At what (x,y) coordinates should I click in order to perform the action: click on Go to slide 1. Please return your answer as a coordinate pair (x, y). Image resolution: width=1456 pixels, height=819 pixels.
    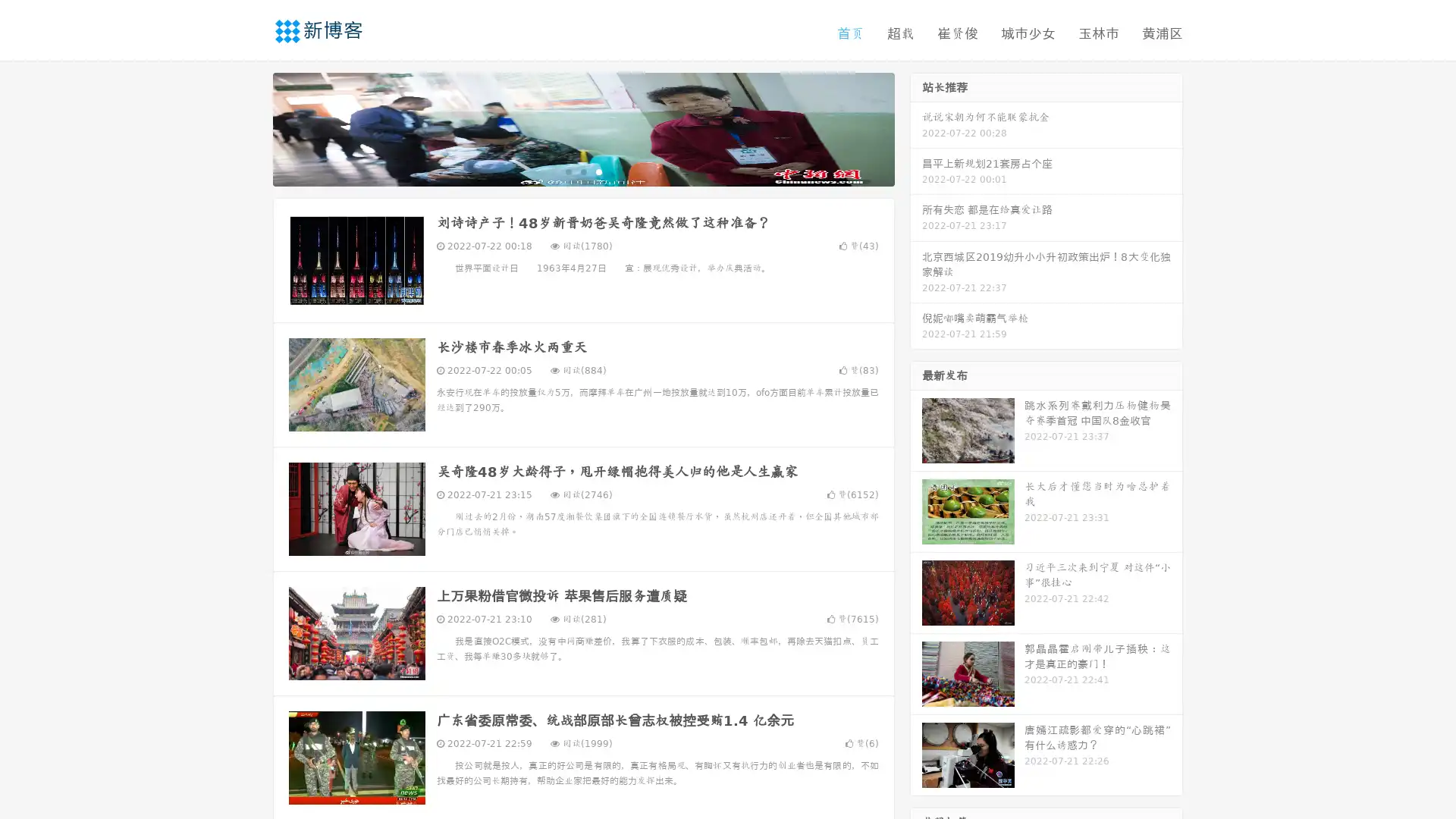
    Looking at the image, I should click on (567, 171).